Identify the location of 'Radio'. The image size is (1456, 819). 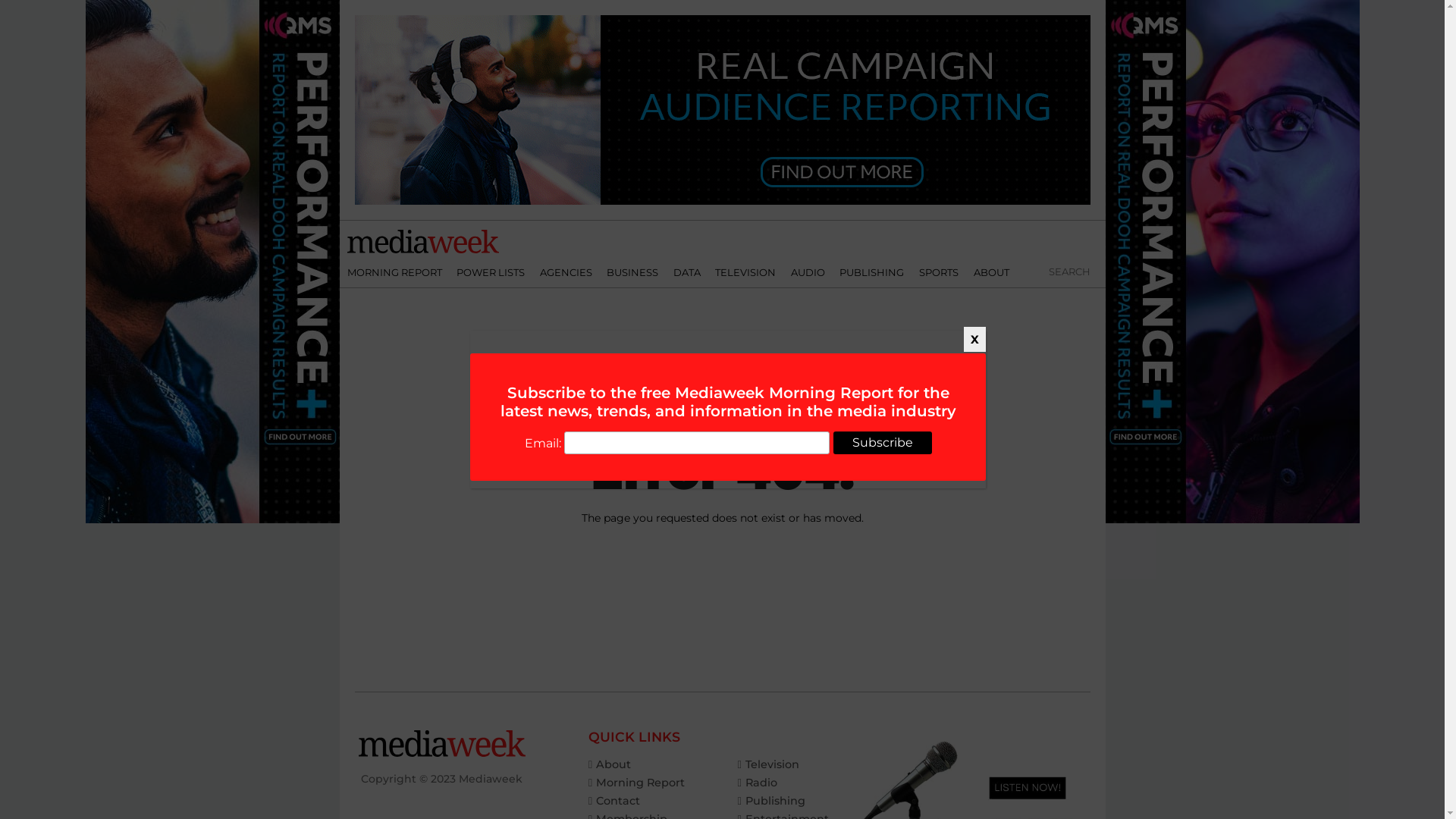
(757, 783).